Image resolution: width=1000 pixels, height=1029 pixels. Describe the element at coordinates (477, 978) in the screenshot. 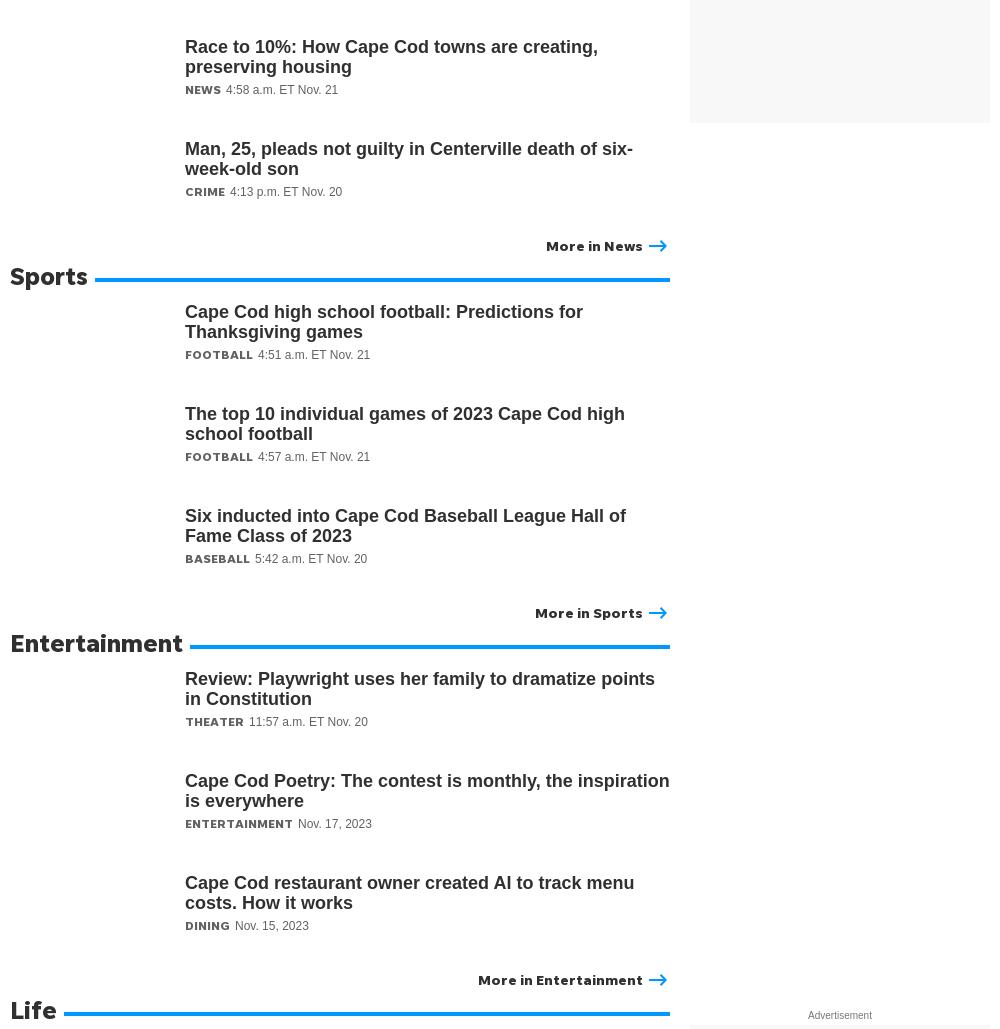

I see `'More in Entertainment'` at that location.